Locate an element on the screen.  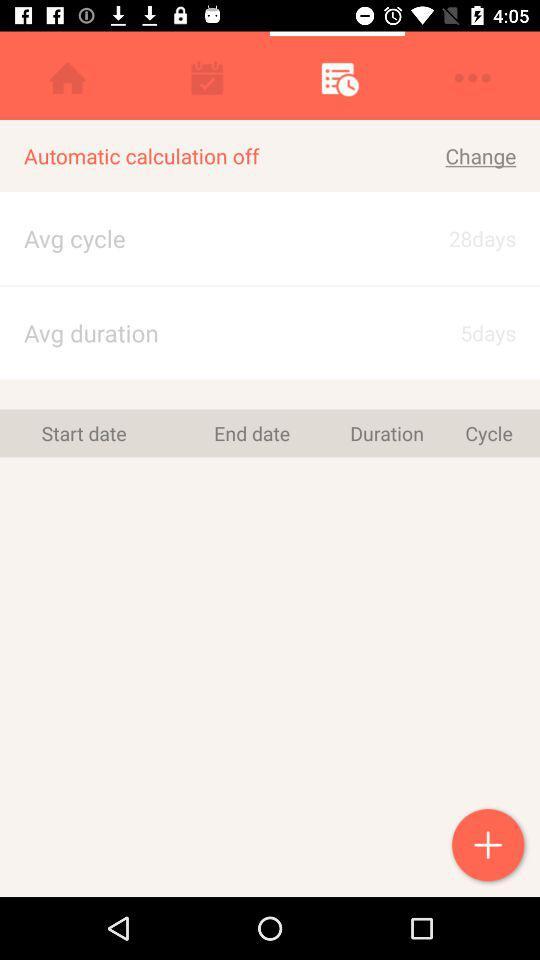
the 28days icon is located at coordinates (463, 238).